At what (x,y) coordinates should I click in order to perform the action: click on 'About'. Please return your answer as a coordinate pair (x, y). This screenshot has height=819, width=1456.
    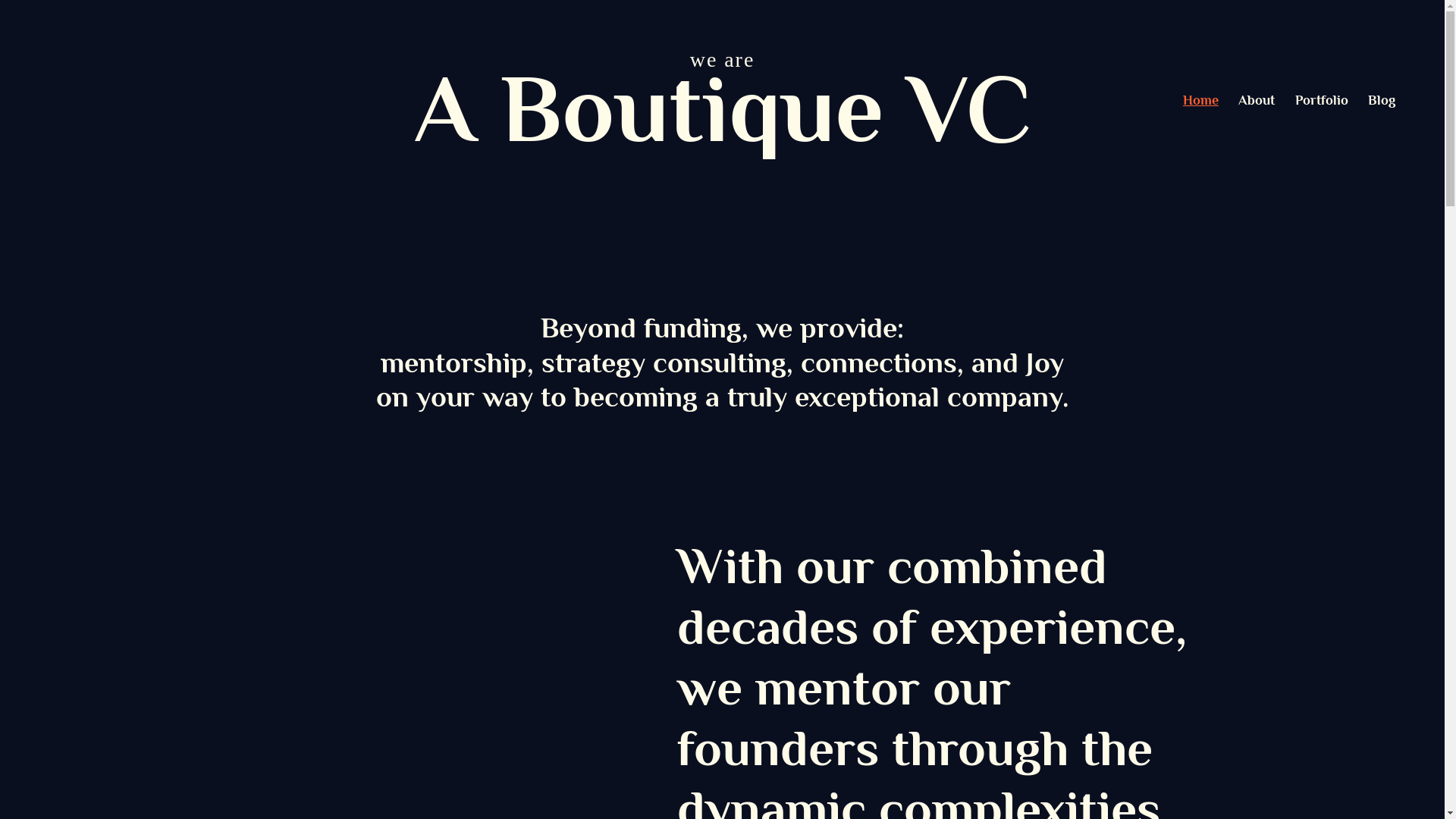
    Looking at the image, I should click on (1256, 99).